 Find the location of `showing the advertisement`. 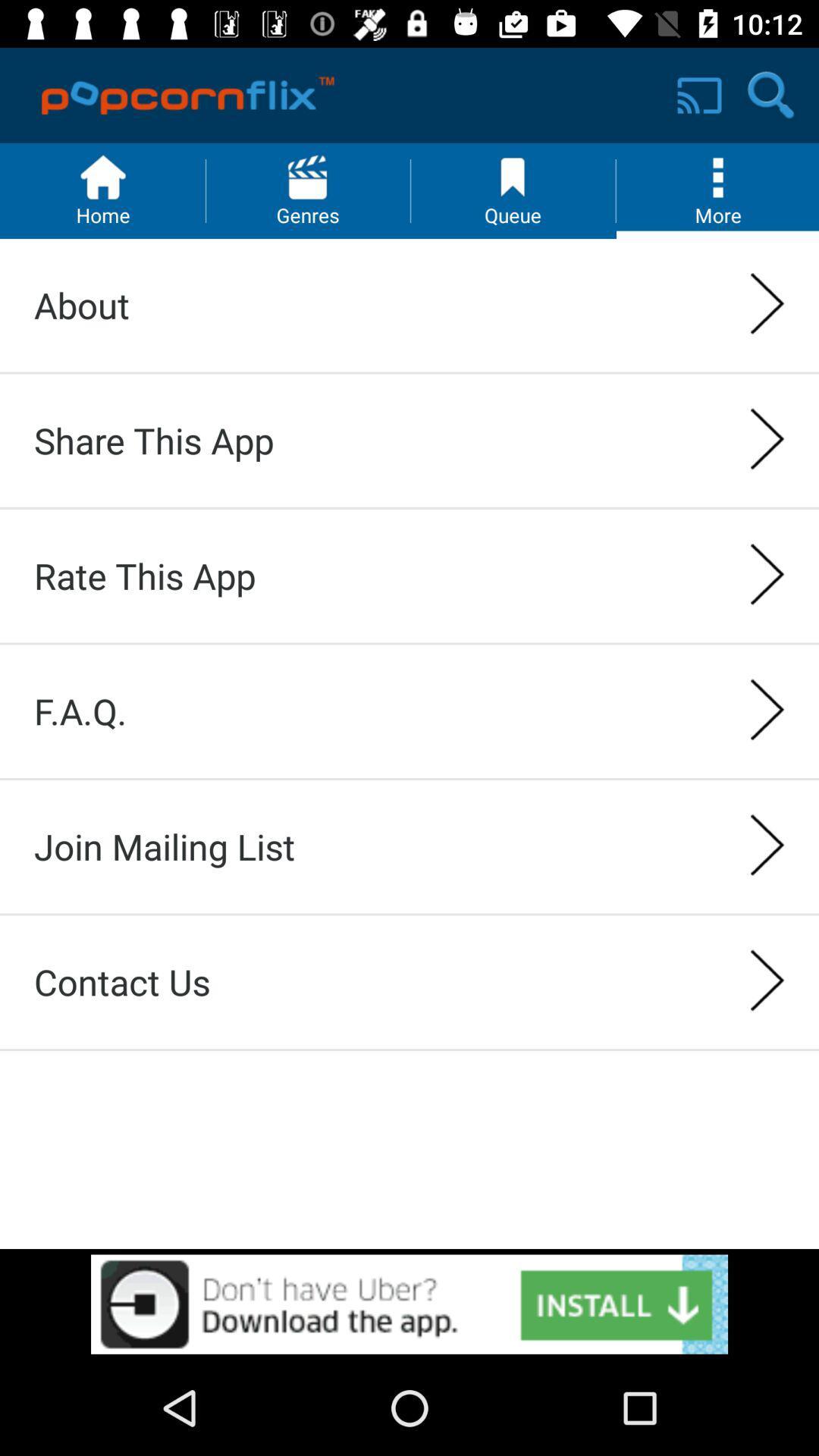

showing the advertisement is located at coordinates (409, 1304).